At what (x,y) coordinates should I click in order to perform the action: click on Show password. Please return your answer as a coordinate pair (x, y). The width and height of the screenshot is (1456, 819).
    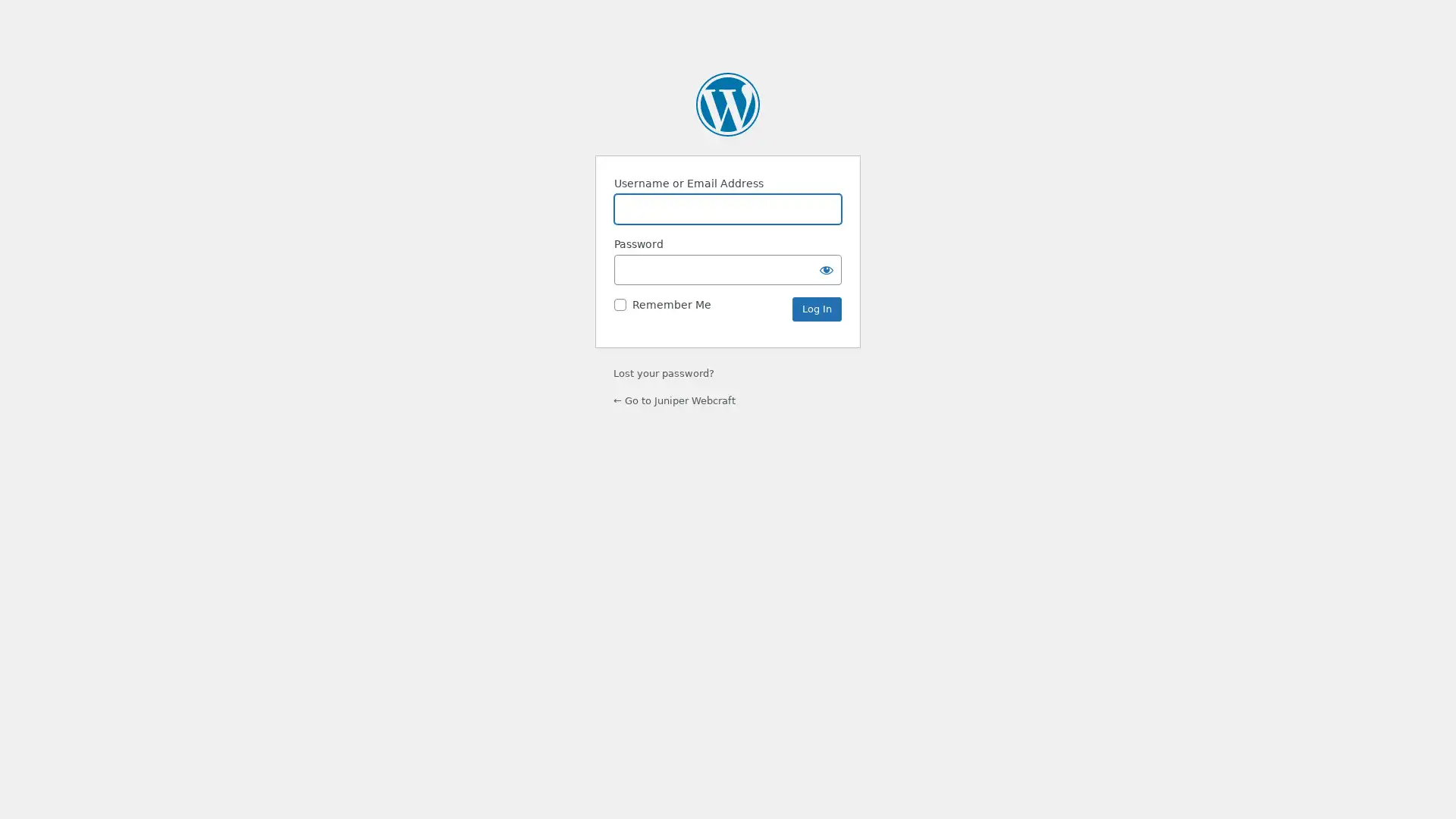
    Looking at the image, I should click on (825, 268).